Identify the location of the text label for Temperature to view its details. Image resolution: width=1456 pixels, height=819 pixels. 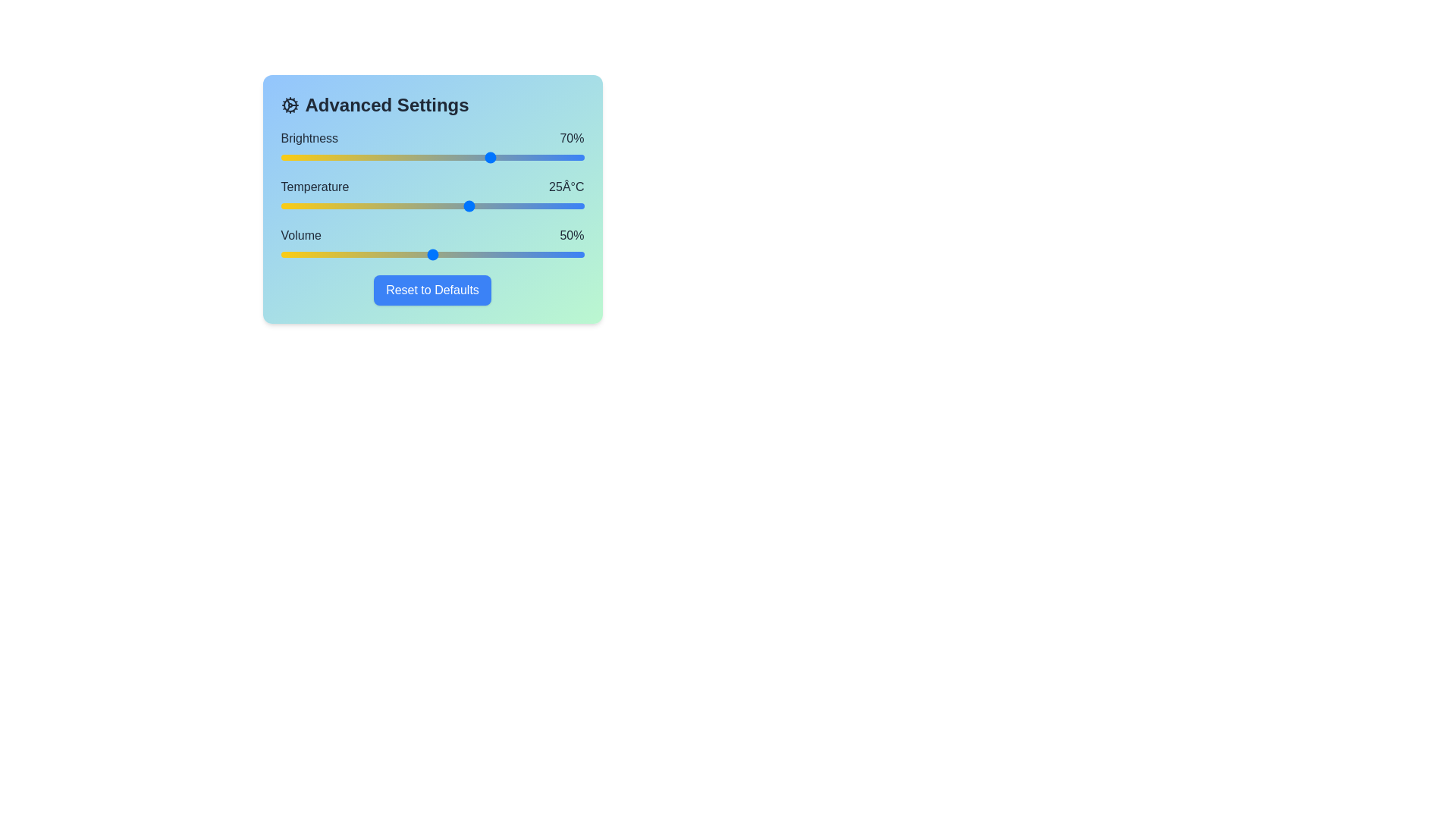
(313, 186).